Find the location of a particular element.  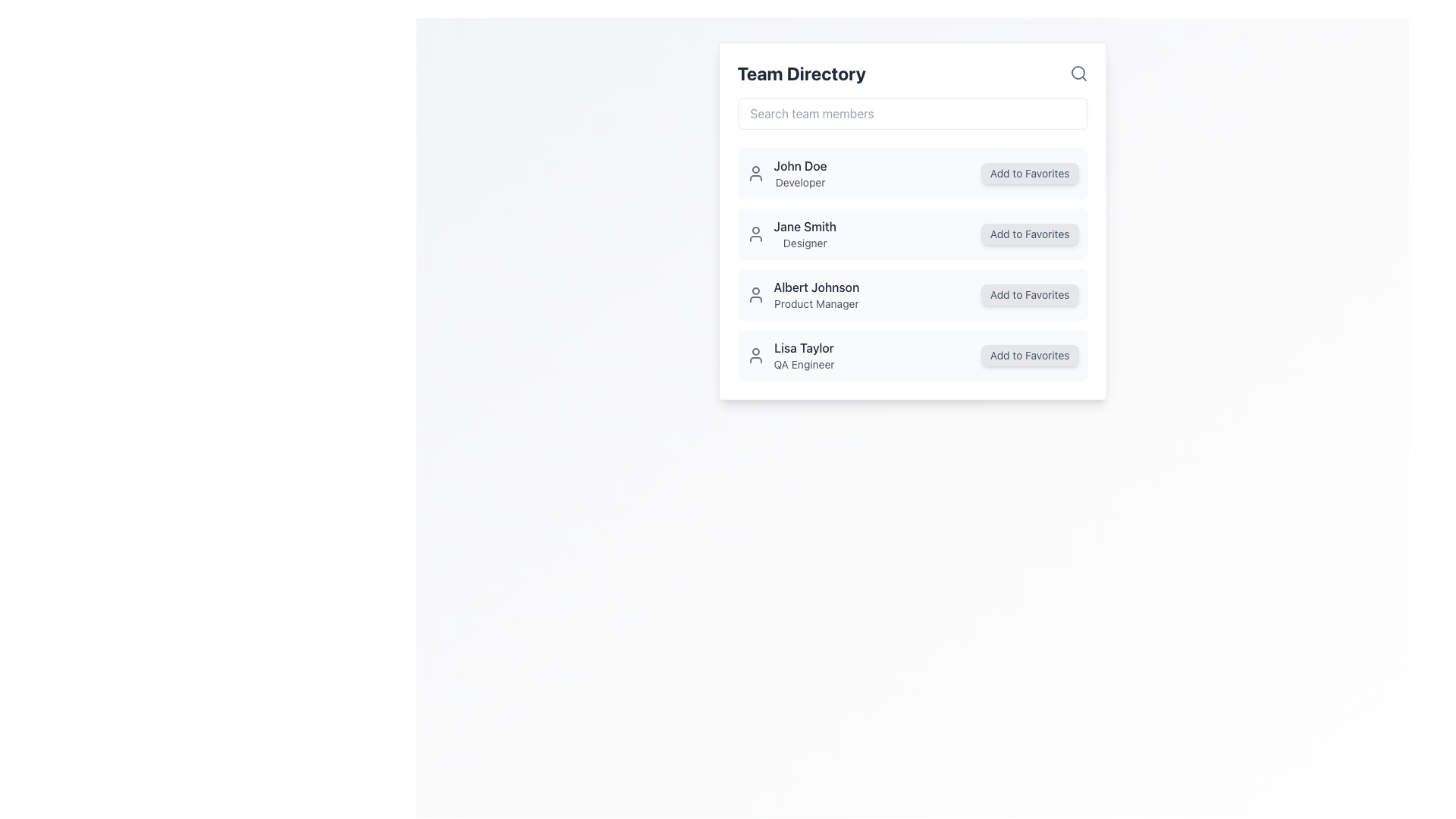

the Team Member Profile Entry for 'Albert Johnson' is located at coordinates (802, 295).